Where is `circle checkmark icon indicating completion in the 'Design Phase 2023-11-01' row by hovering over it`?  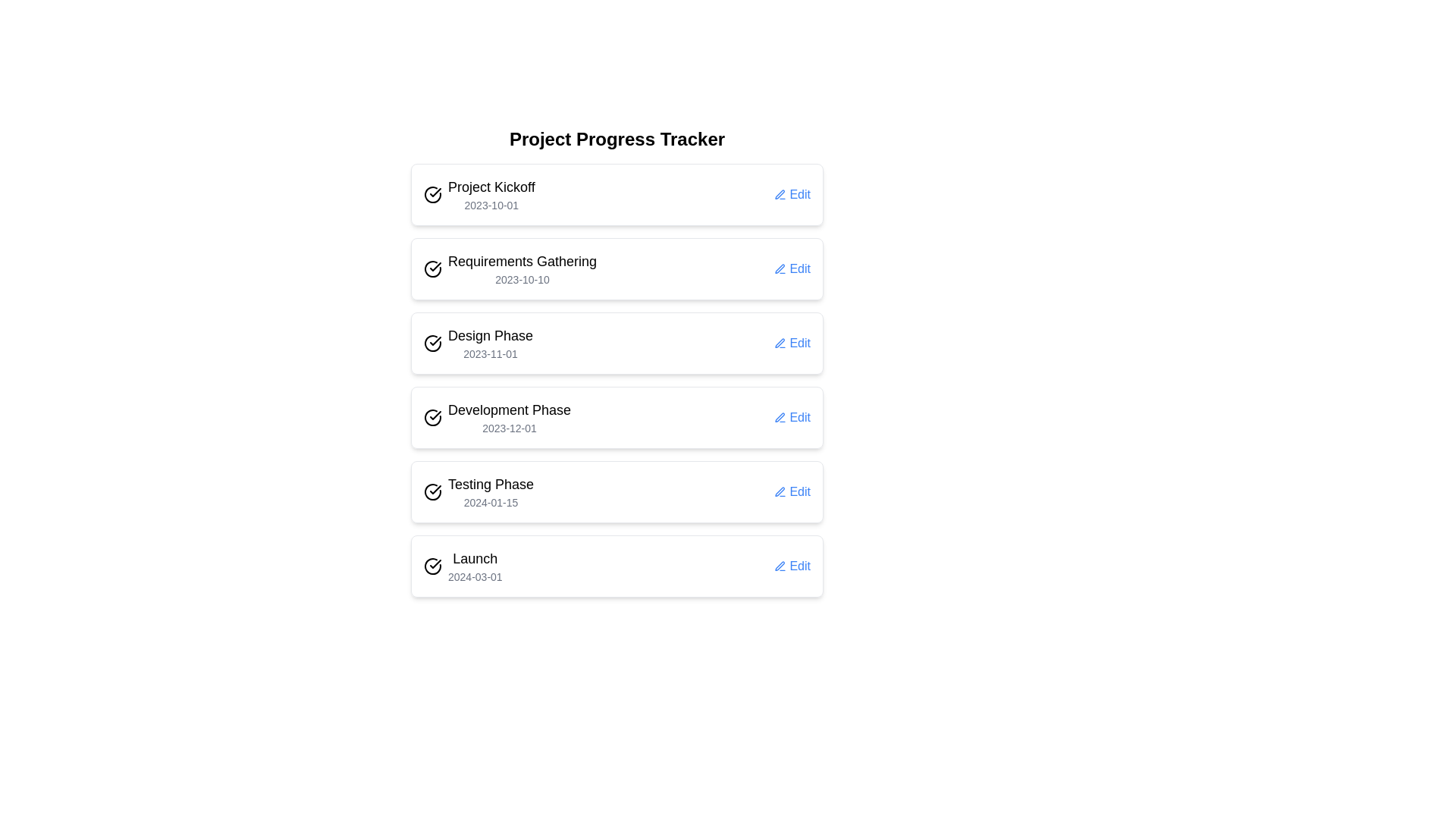 circle checkmark icon indicating completion in the 'Design Phase 2023-11-01' row by hovering over it is located at coordinates (432, 343).